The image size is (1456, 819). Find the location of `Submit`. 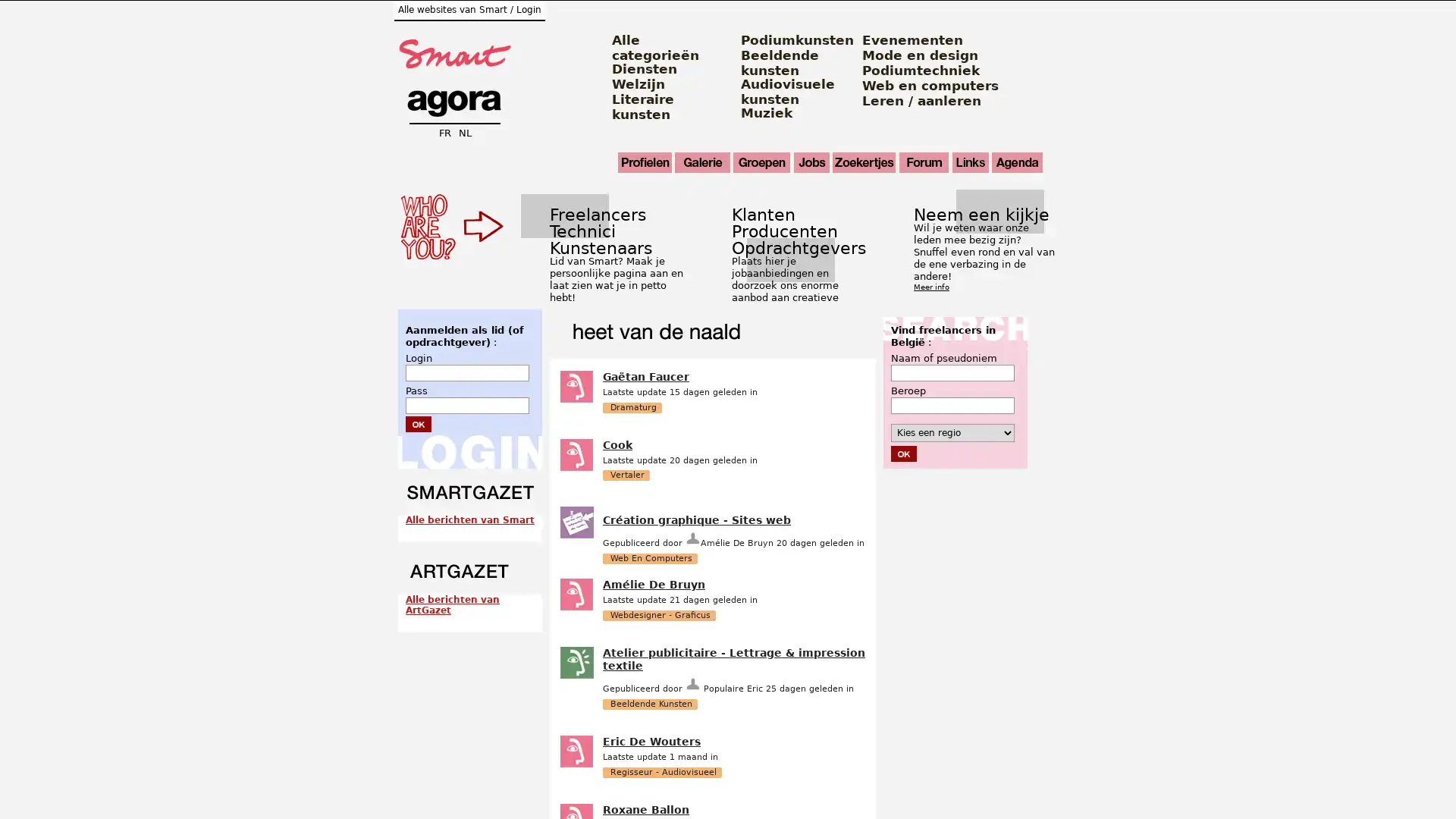

Submit is located at coordinates (419, 423).